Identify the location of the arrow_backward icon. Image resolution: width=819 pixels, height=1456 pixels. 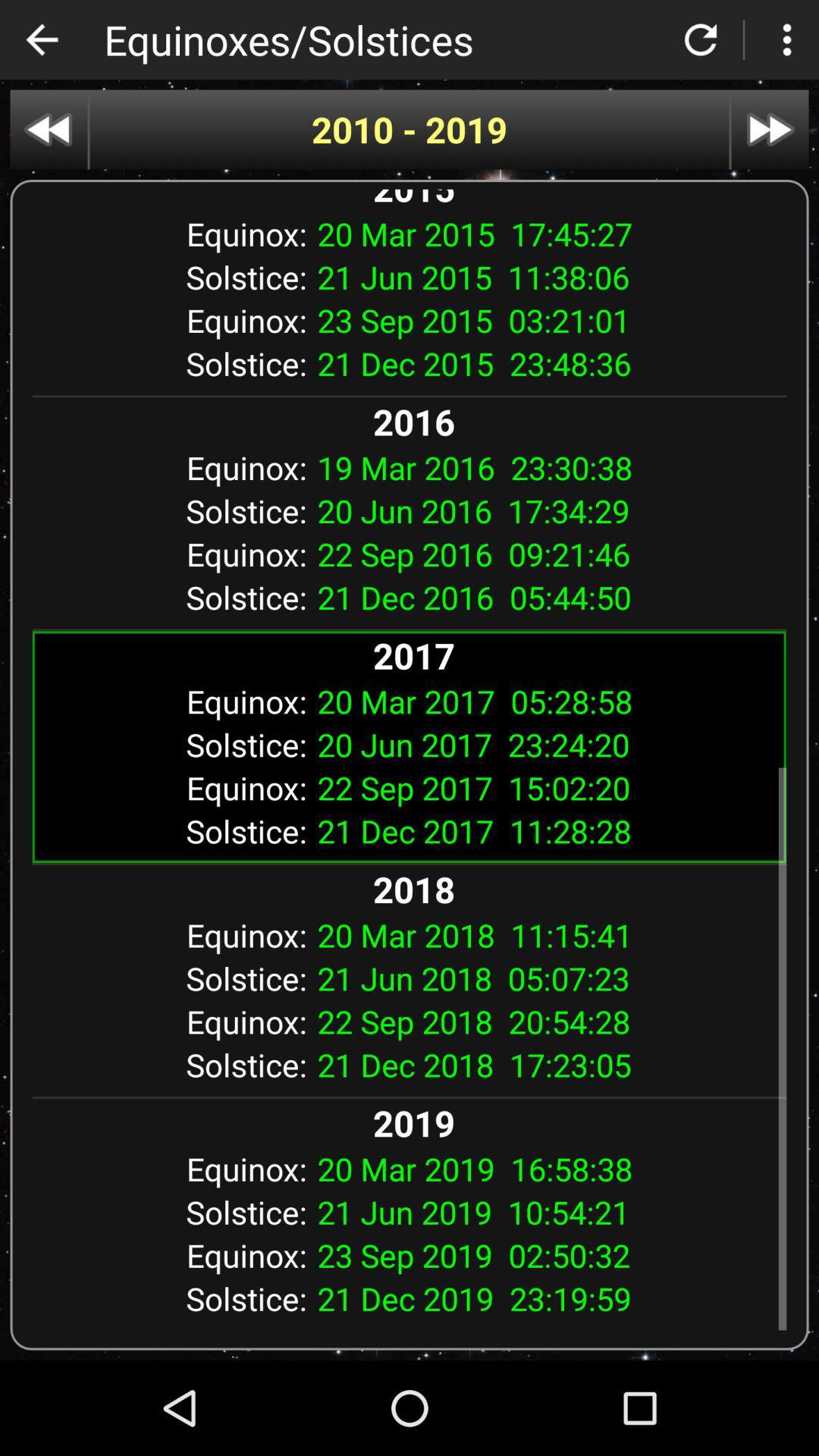
(41, 39).